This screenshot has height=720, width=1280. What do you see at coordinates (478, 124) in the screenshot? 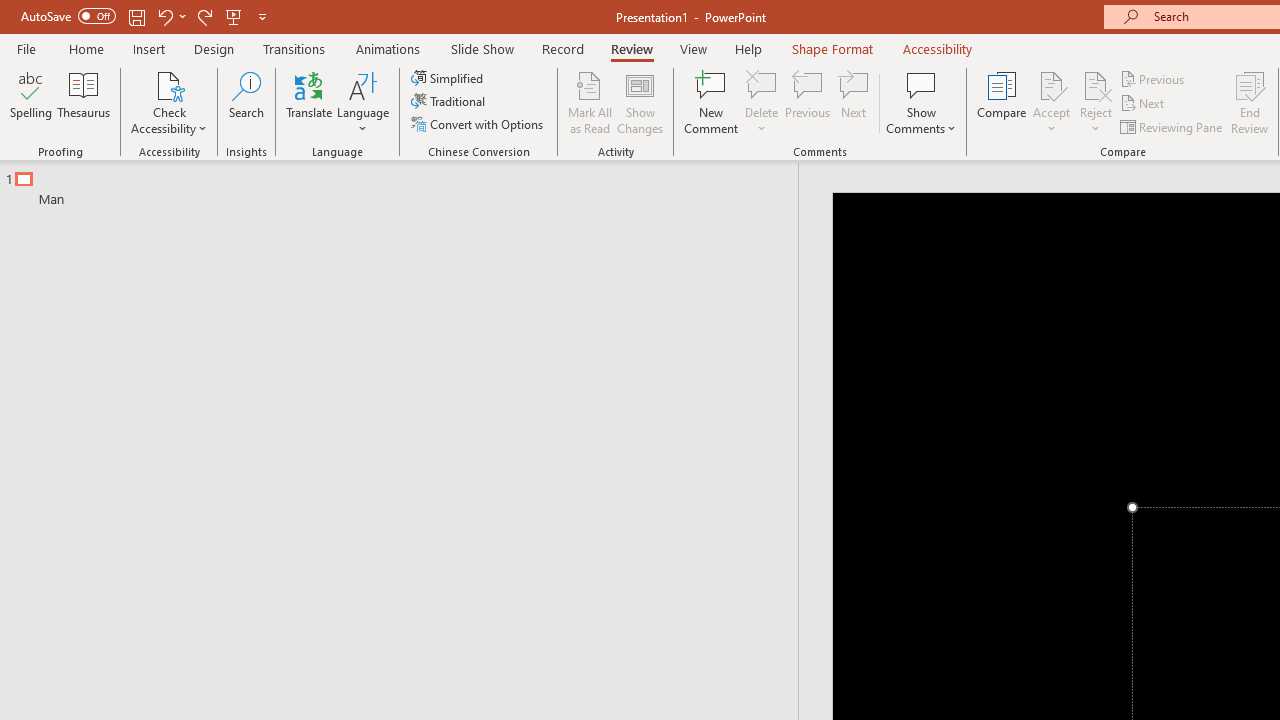
I see `'Convert with Options...'` at bounding box center [478, 124].